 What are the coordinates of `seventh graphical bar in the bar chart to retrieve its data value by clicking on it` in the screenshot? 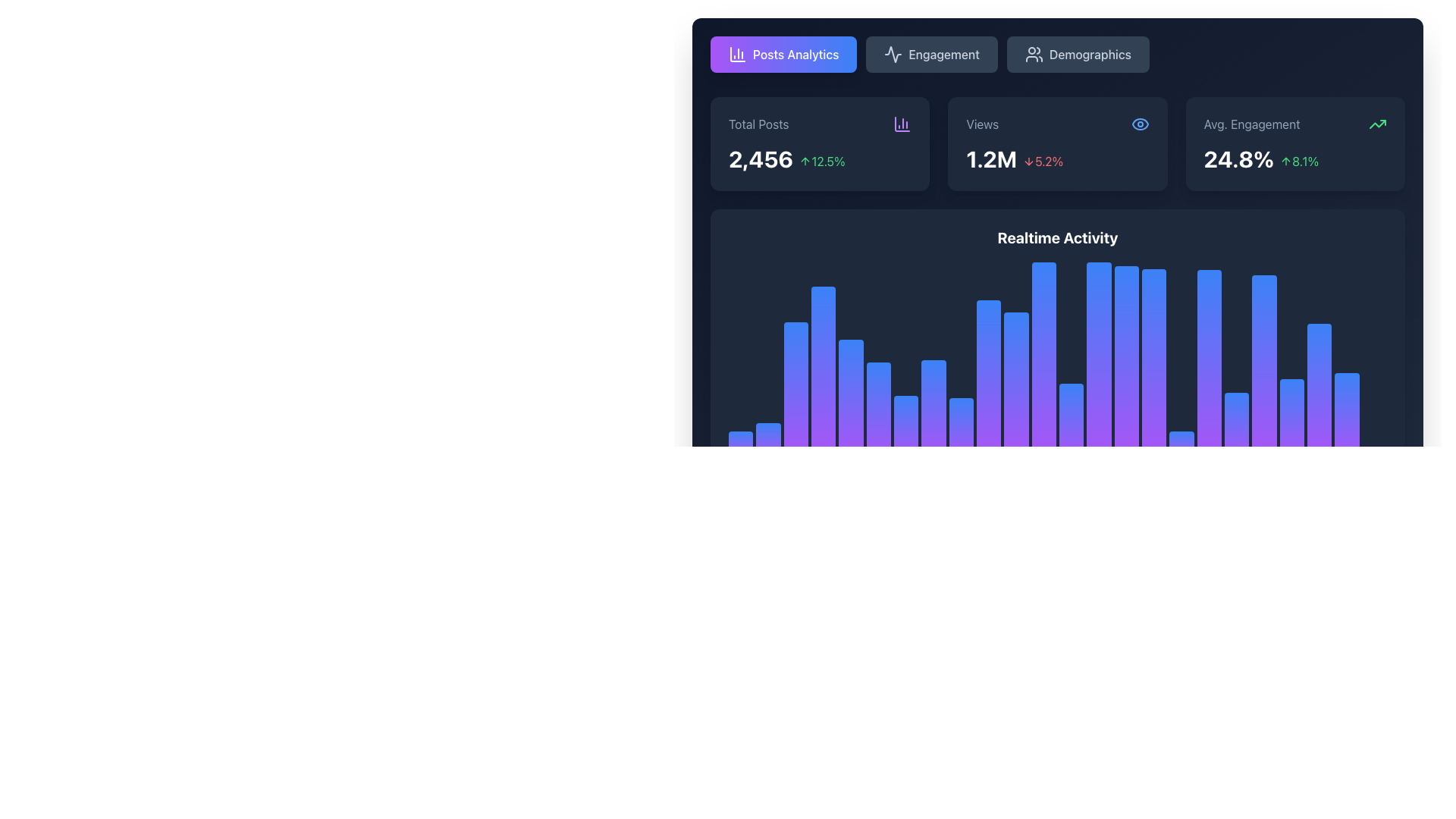 It's located at (906, 445).